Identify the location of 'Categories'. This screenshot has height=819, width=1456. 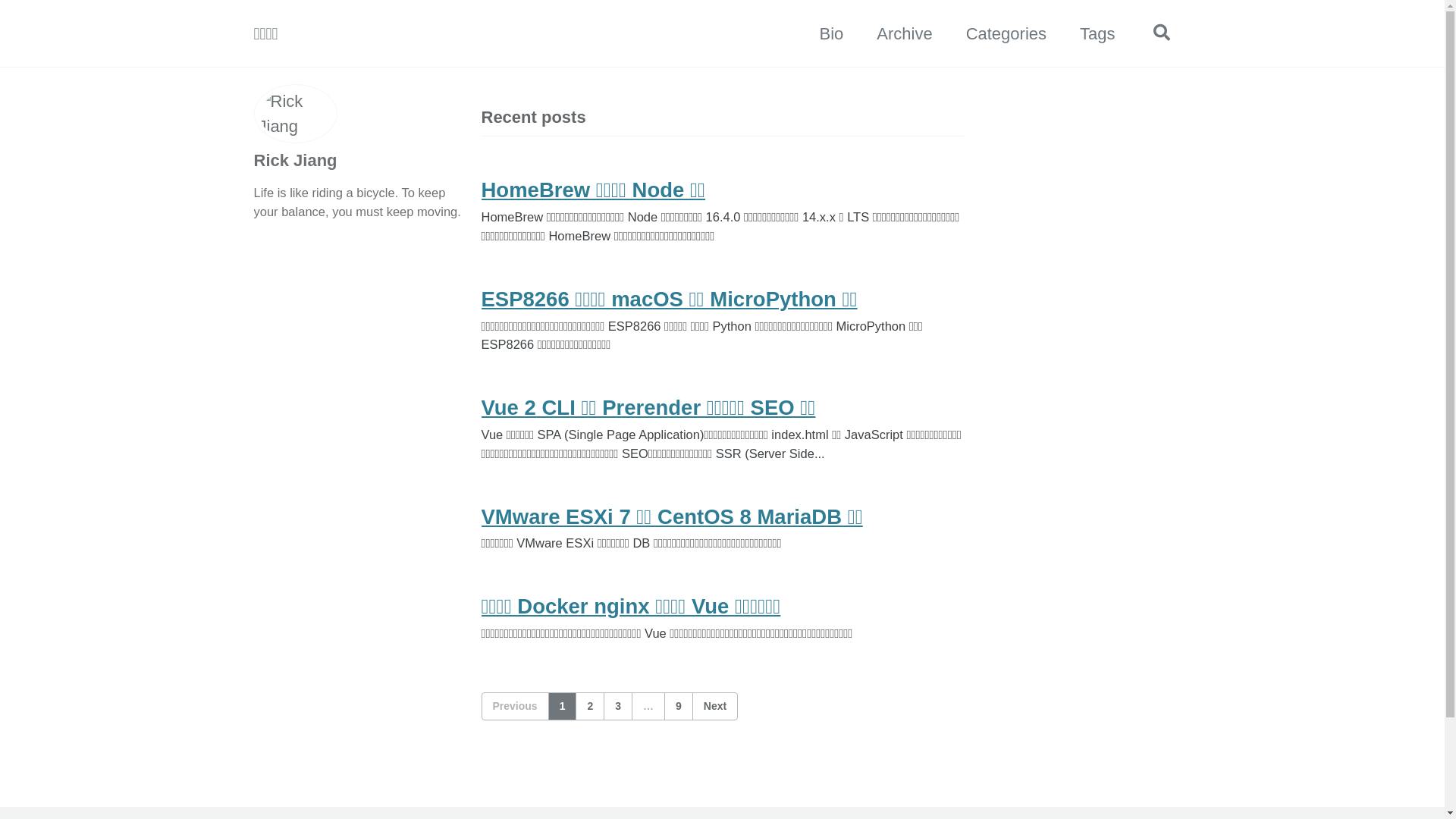
(965, 33).